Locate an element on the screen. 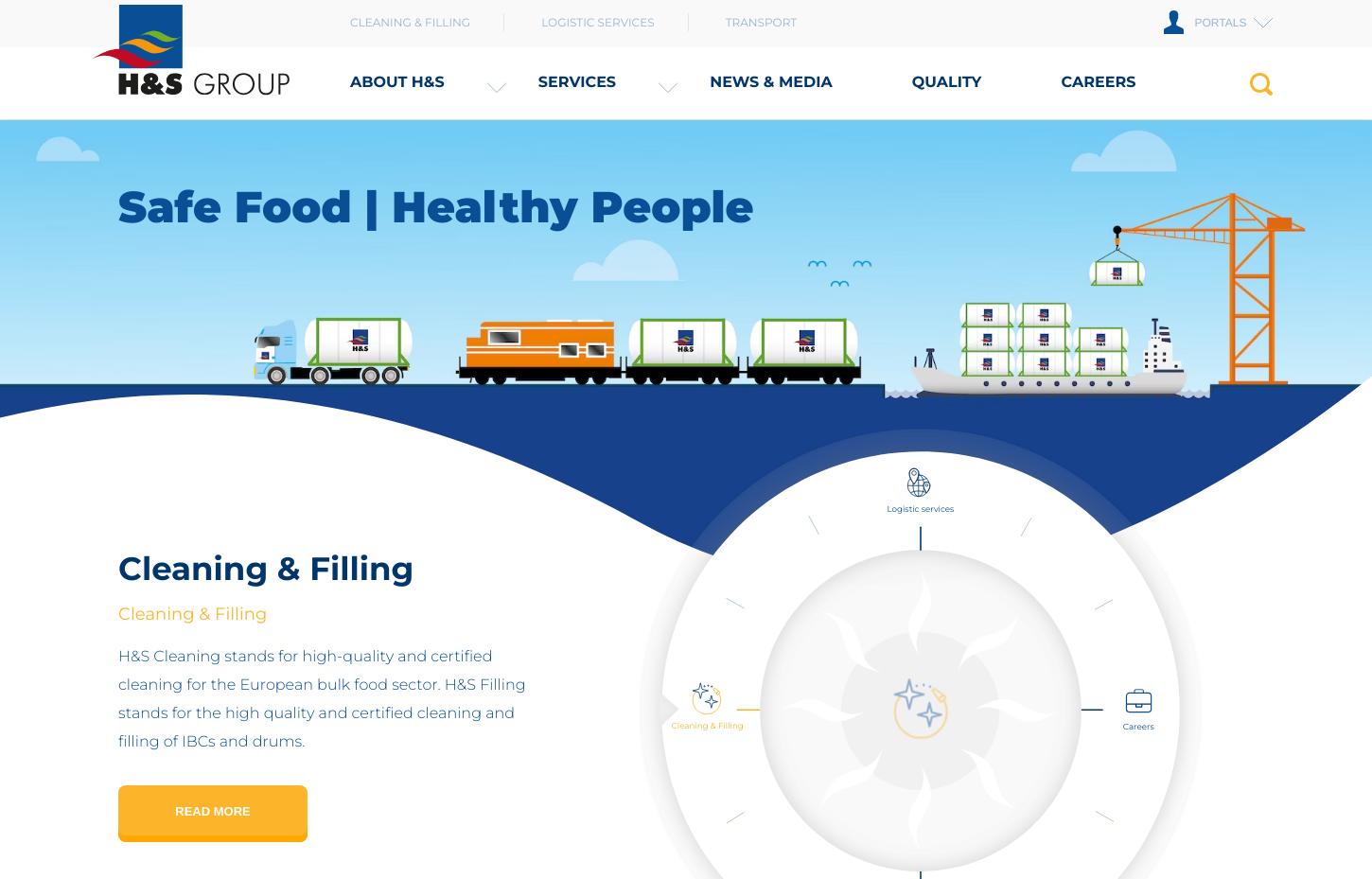 Image resolution: width=1372 pixels, height=879 pixels. 'Quality' is located at coordinates (810, 81).